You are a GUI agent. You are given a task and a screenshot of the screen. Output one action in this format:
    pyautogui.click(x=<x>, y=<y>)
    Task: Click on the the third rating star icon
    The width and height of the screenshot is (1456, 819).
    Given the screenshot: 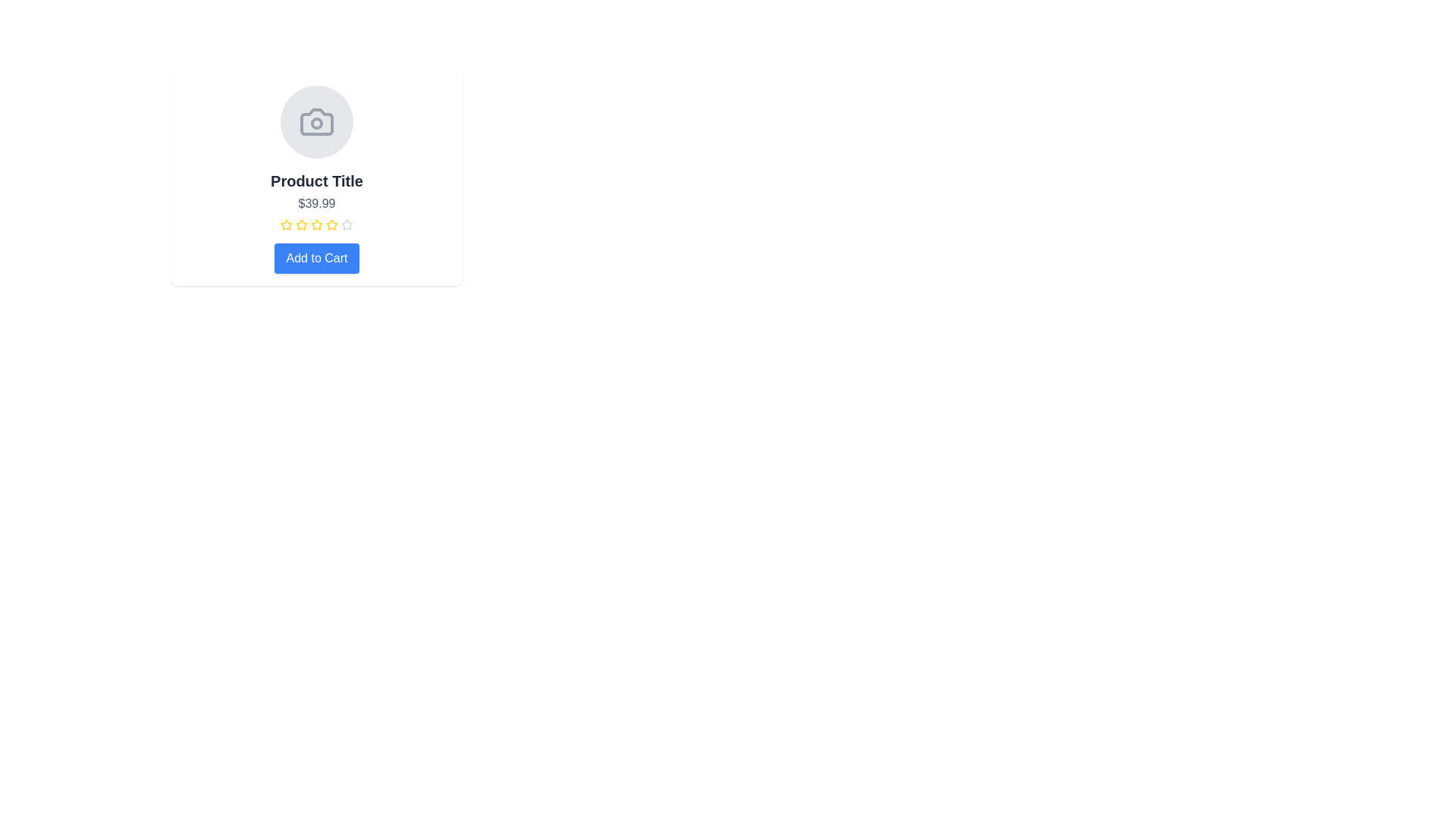 What is the action you would take?
    pyautogui.click(x=315, y=224)
    